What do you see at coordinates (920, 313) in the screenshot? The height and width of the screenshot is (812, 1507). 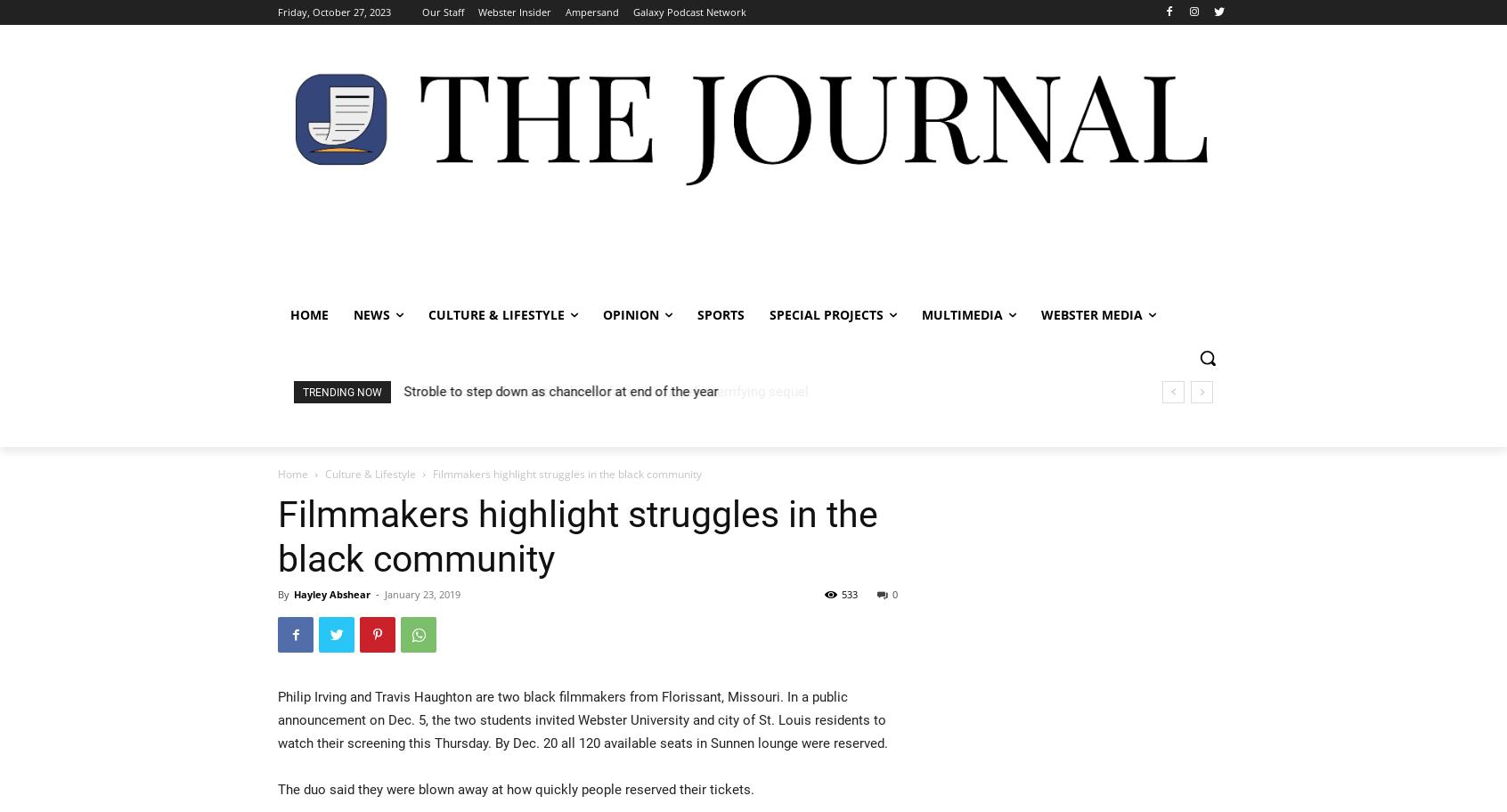 I see `'Multimedia'` at bounding box center [920, 313].